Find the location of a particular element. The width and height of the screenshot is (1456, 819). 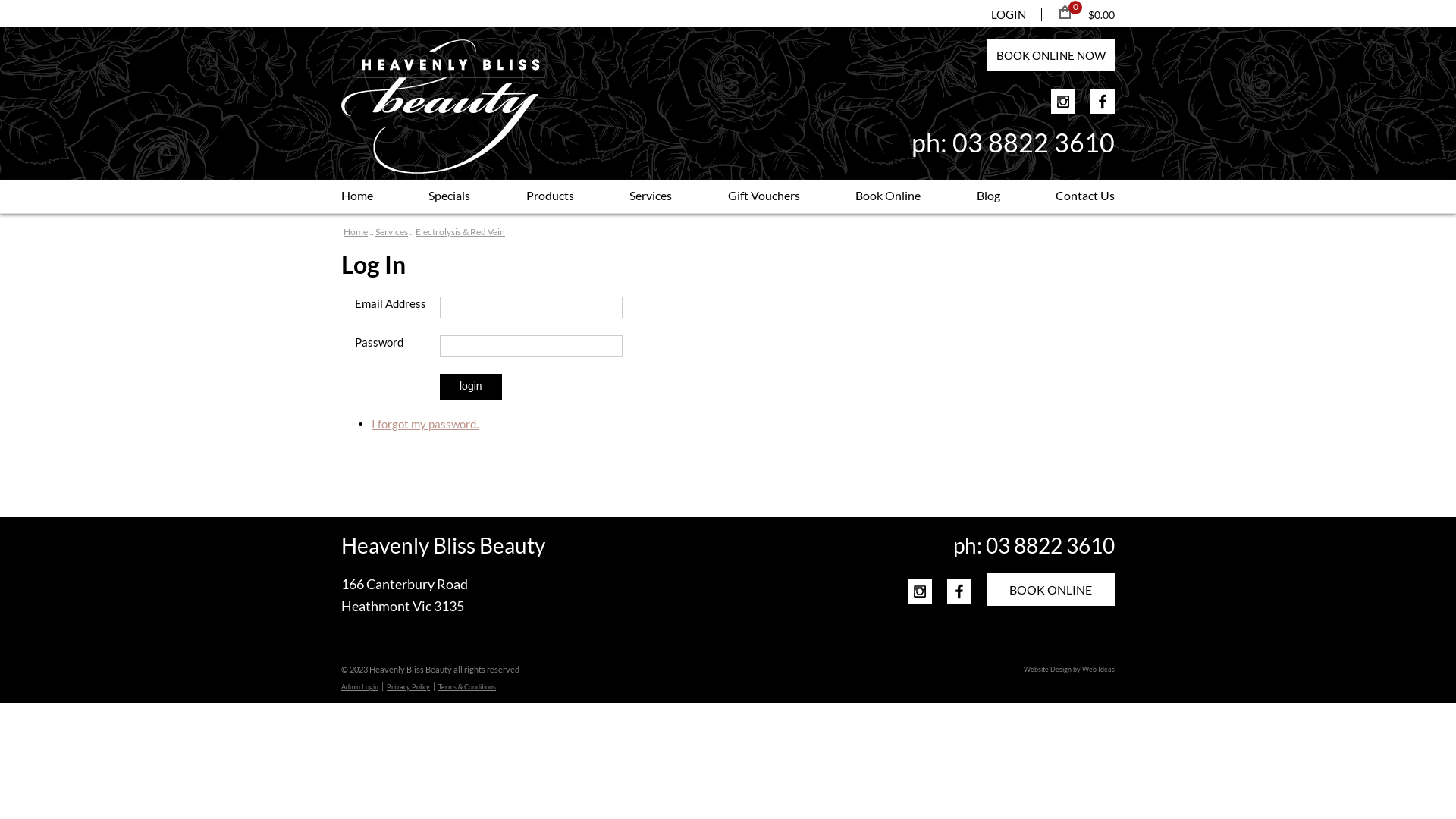

'Admin Login' is located at coordinates (359, 686).